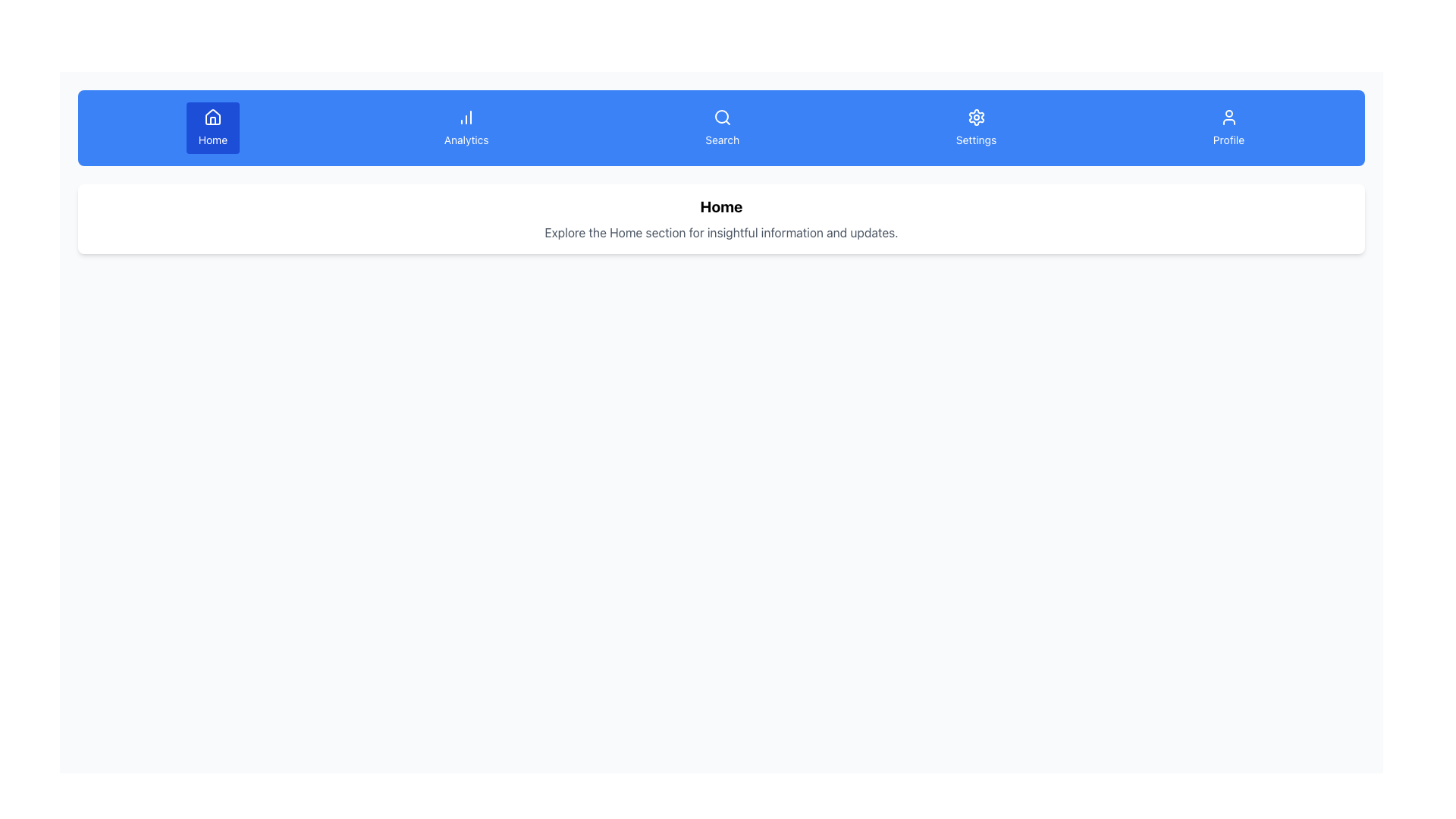 The height and width of the screenshot is (819, 1456). What do you see at coordinates (212, 140) in the screenshot?
I see `text label displaying 'Home' which is styled with a light font color against a blue background, positioned below the home icon in the navigation bar` at bounding box center [212, 140].